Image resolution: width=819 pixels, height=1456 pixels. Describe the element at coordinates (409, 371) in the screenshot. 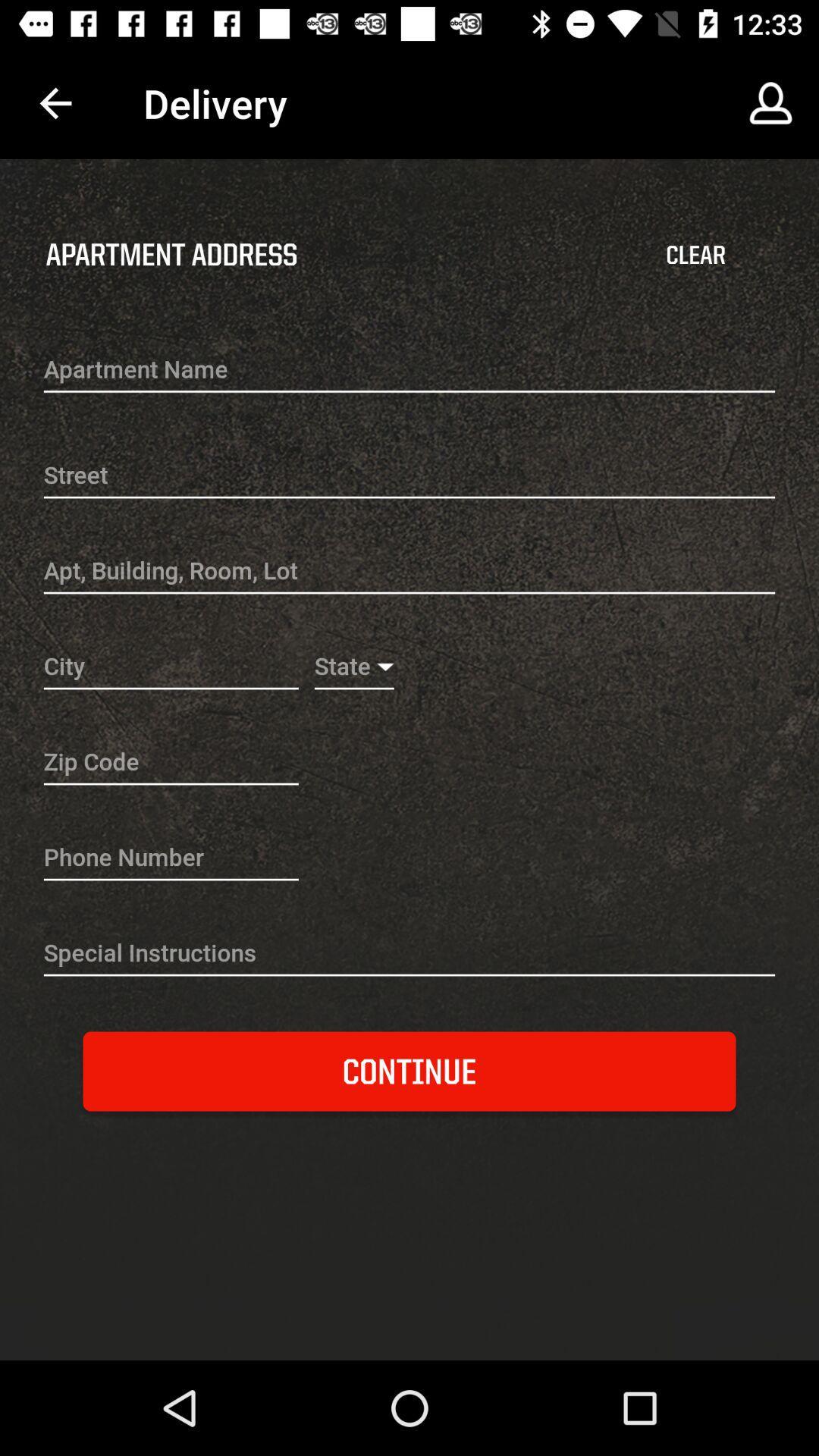

I see `the item below the clear icon` at that location.